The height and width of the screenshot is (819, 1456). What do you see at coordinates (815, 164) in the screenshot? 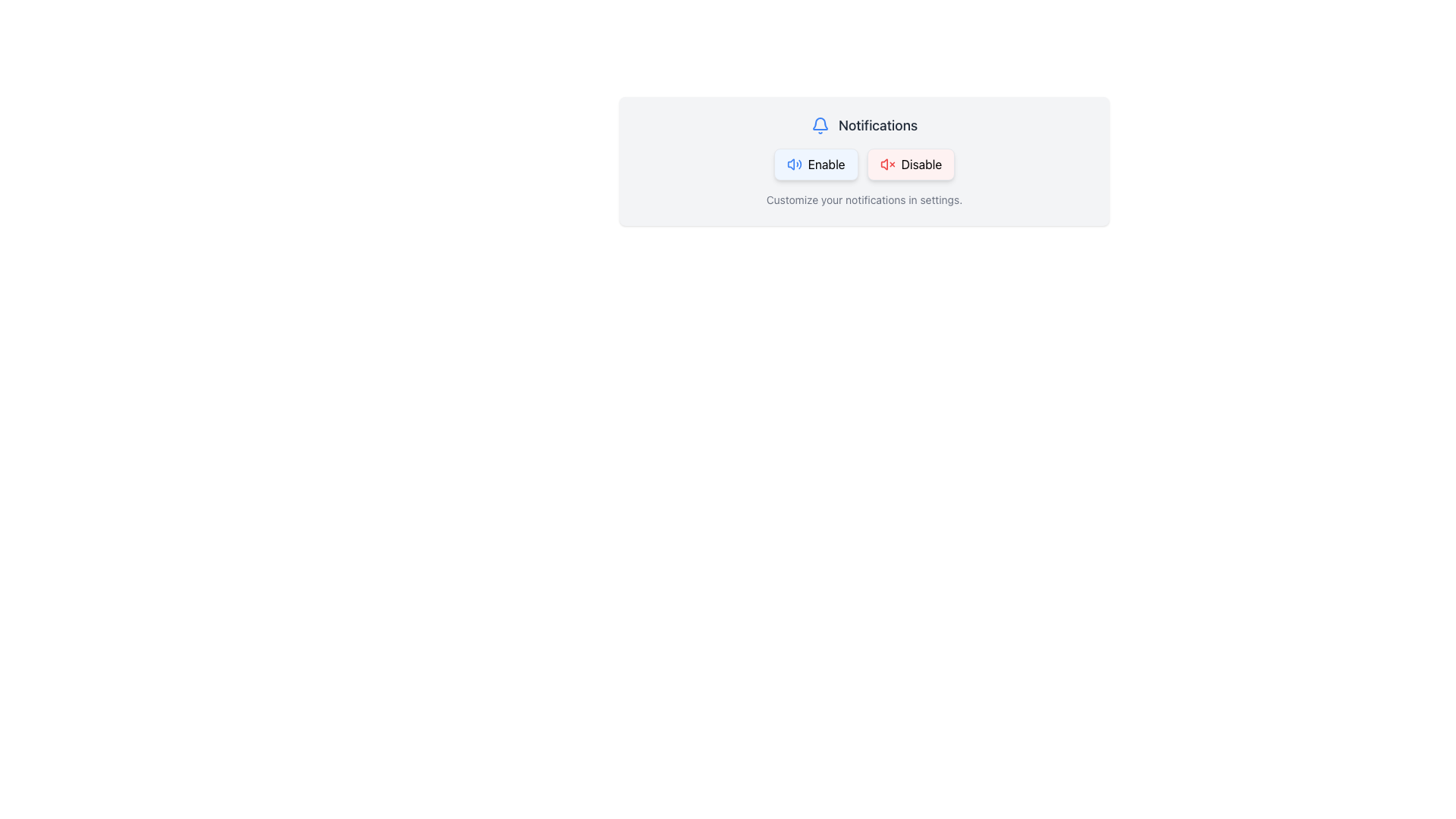
I see `the 'Enable' button, which has a light blue background and a loudspeaker icon` at bounding box center [815, 164].